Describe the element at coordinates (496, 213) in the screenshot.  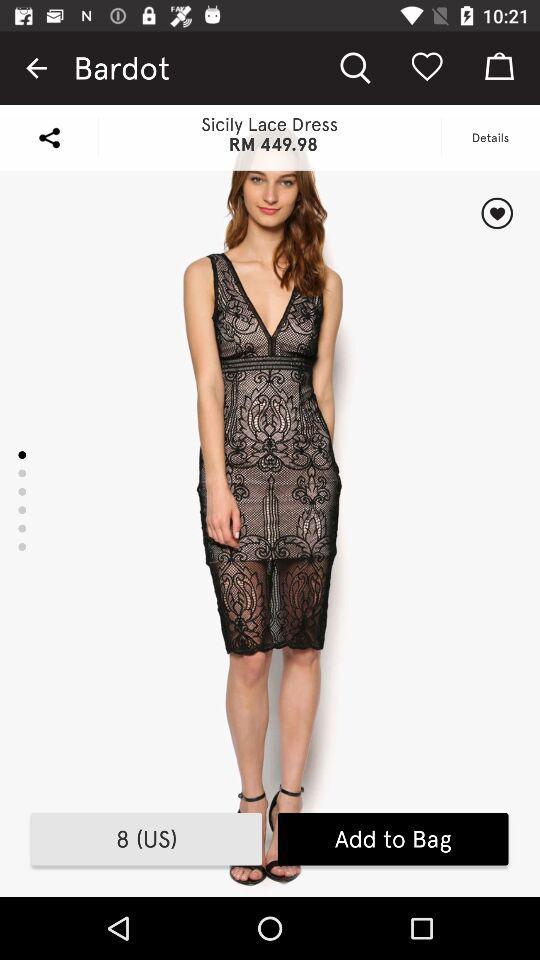
I see `the favorite icon` at that location.